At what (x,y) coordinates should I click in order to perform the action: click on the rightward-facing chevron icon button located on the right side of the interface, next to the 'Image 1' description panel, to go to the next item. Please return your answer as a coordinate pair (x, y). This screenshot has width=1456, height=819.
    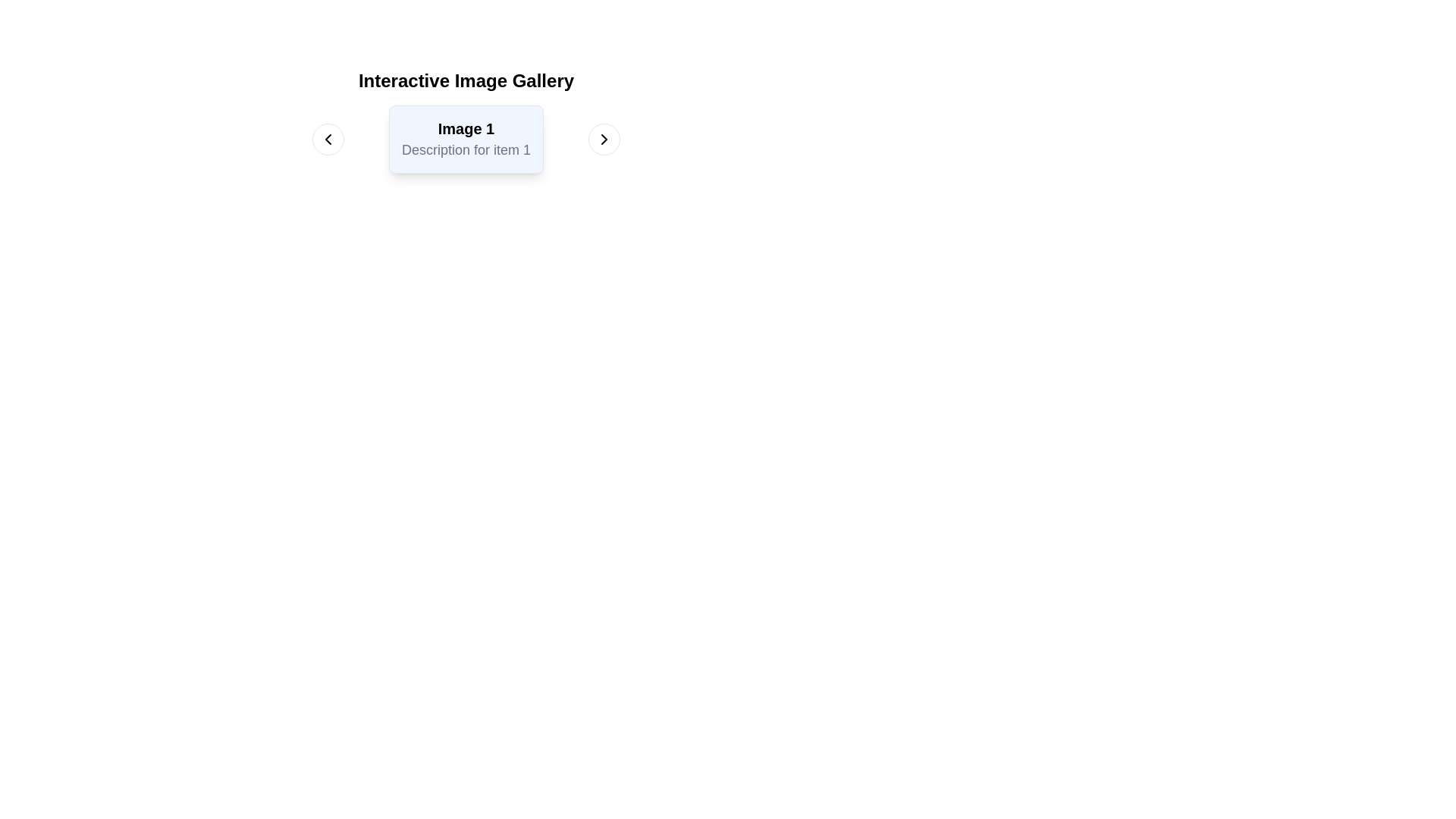
    Looking at the image, I should click on (603, 140).